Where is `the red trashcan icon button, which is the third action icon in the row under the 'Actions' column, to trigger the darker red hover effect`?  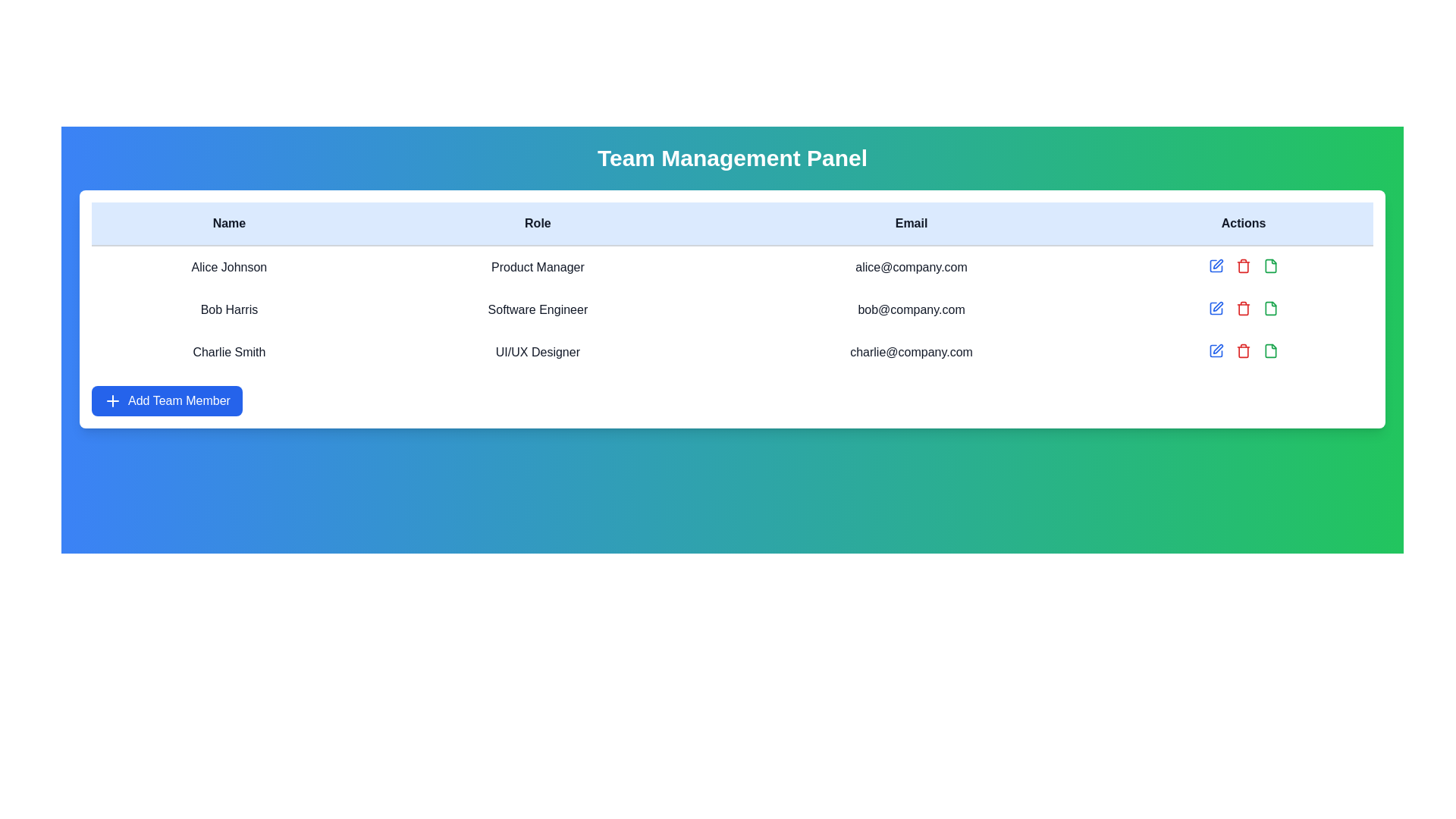
the red trashcan icon button, which is the third action icon in the row under the 'Actions' column, to trigger the darker red hover effect is located at coordinates (1244, 308).